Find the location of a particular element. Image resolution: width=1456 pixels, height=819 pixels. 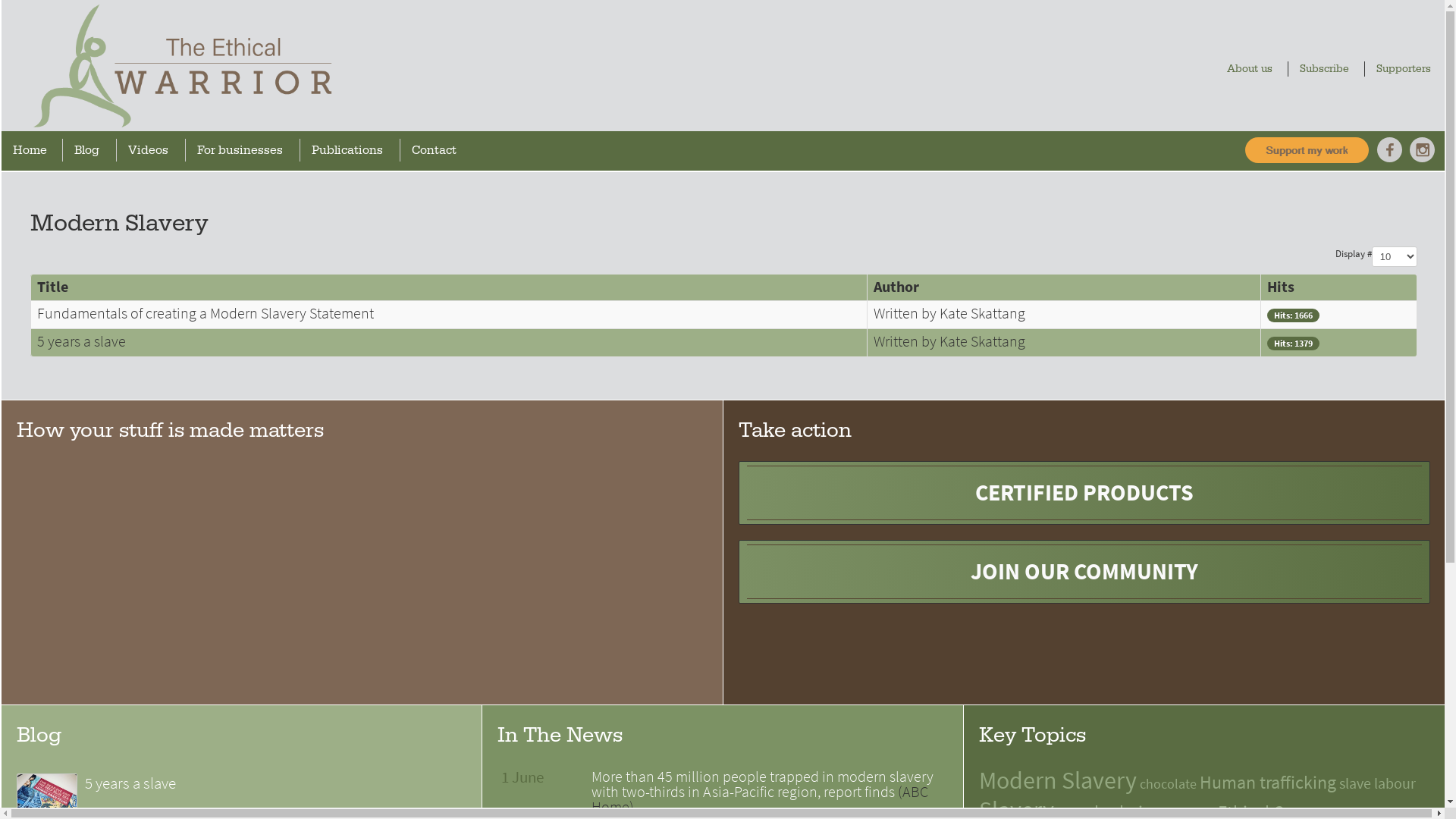

'Publications' is located at coordinates (351, 149).